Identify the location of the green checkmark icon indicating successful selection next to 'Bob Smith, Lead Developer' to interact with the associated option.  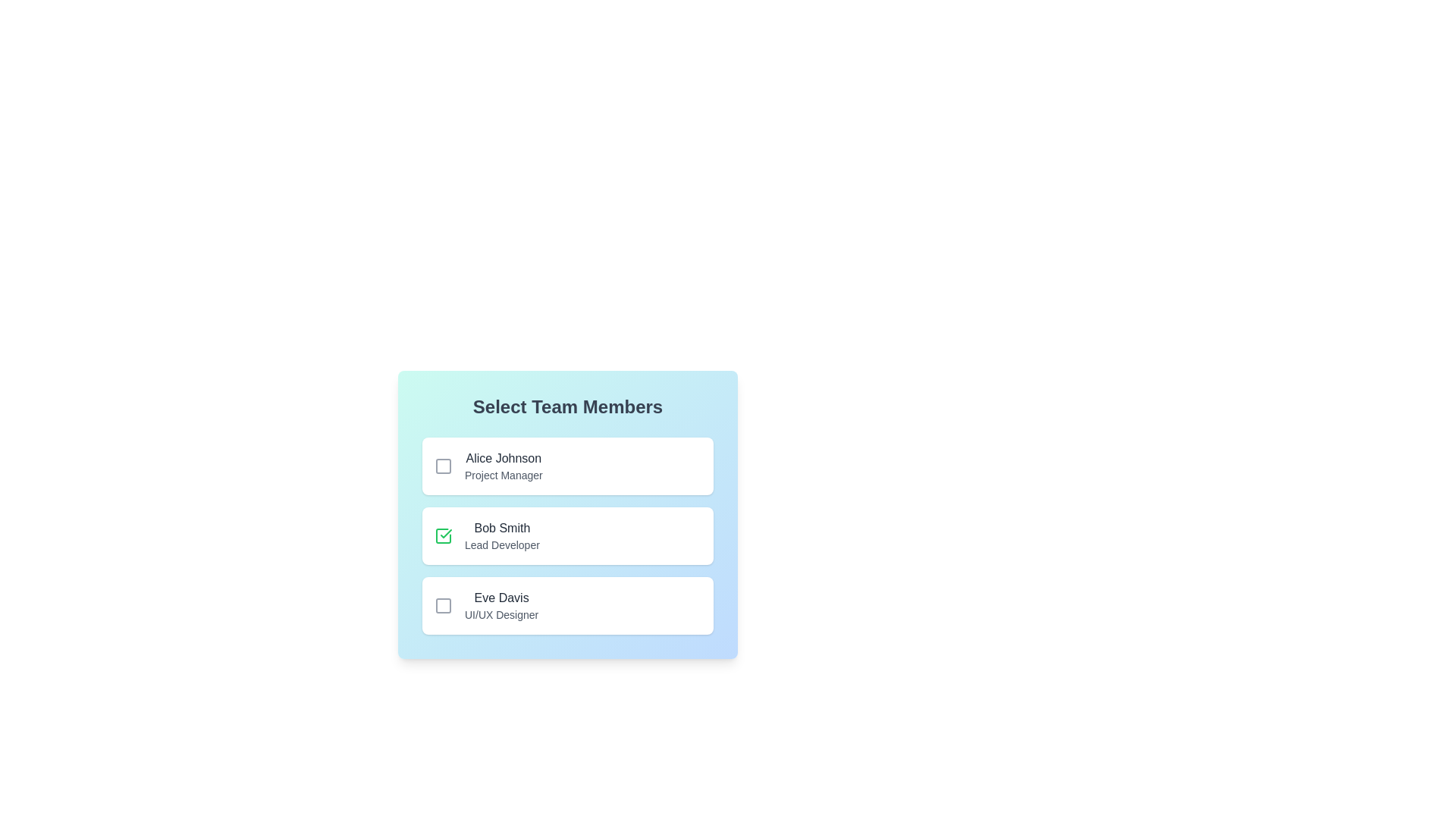
(445, 533).